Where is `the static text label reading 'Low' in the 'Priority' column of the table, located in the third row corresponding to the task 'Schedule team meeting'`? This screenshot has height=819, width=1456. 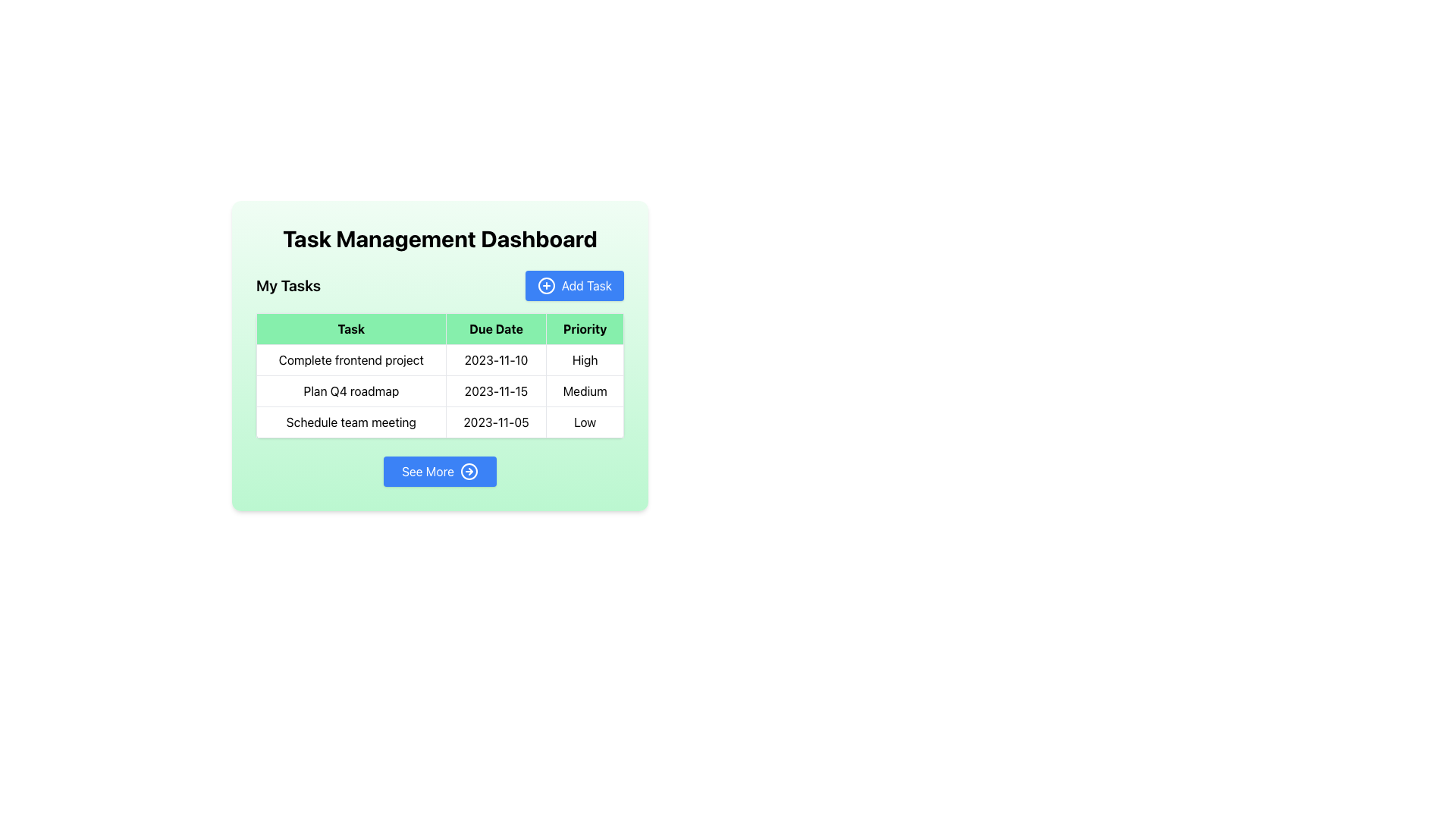
the static text label reading 'Low' in the 'Priority' column of the table, located in the third row corresponding to the task 'Schedule team meeting' is located at coordinates (584, 422).